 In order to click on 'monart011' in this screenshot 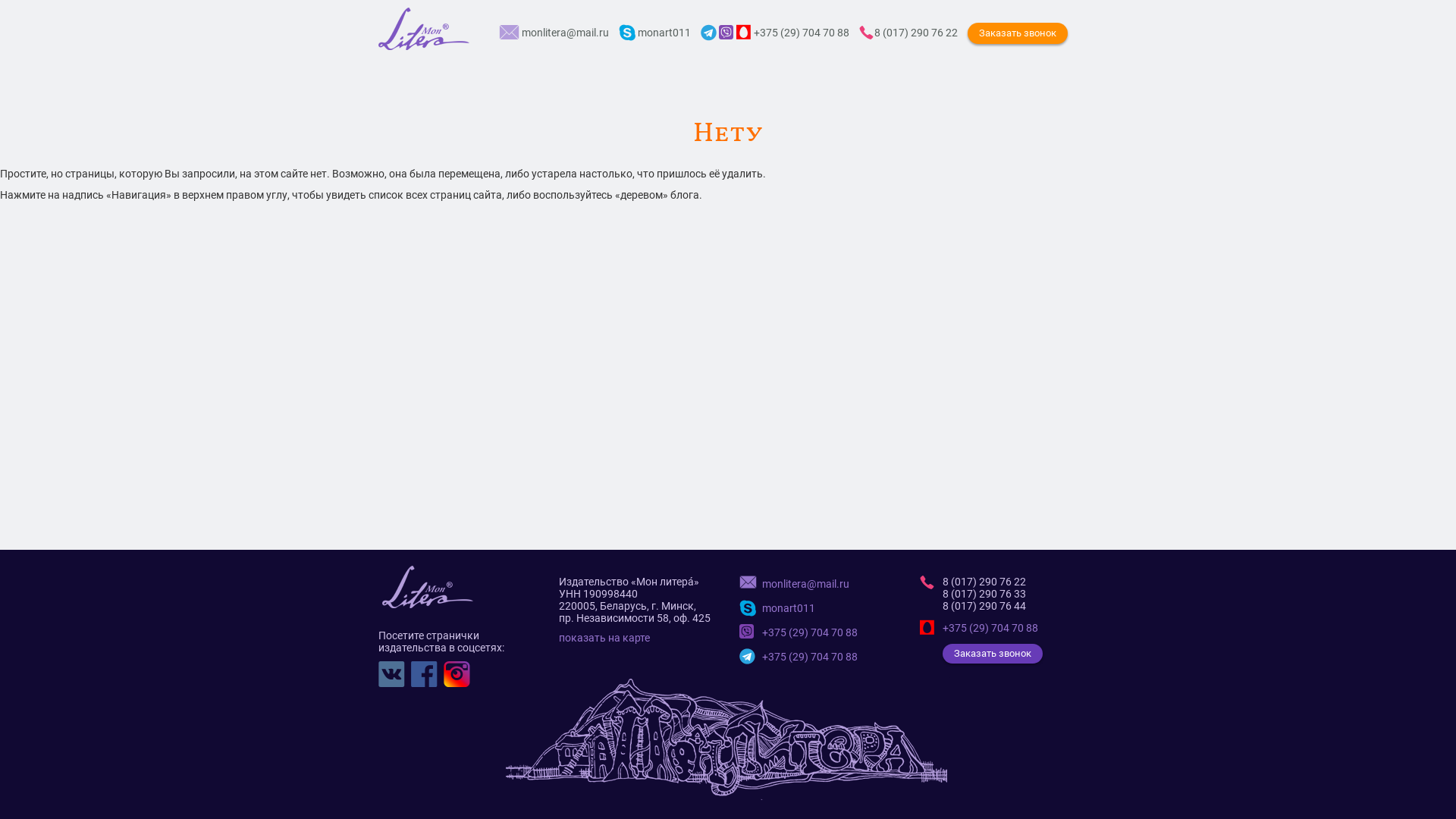, I will do `click(777, 607)`.